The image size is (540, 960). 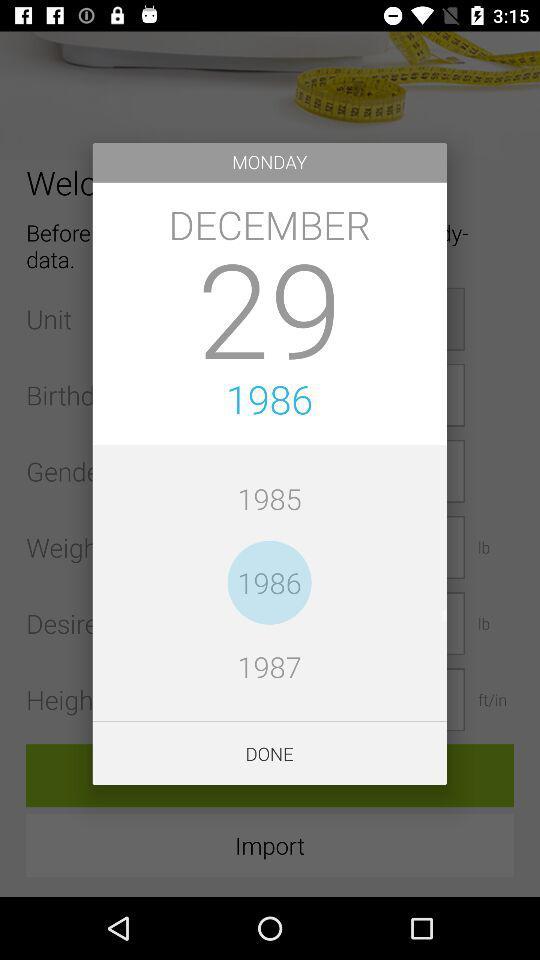 What do you see at coordinates (269, 752) in the screenshot?
I see `done` at bounding box center [269, 752].